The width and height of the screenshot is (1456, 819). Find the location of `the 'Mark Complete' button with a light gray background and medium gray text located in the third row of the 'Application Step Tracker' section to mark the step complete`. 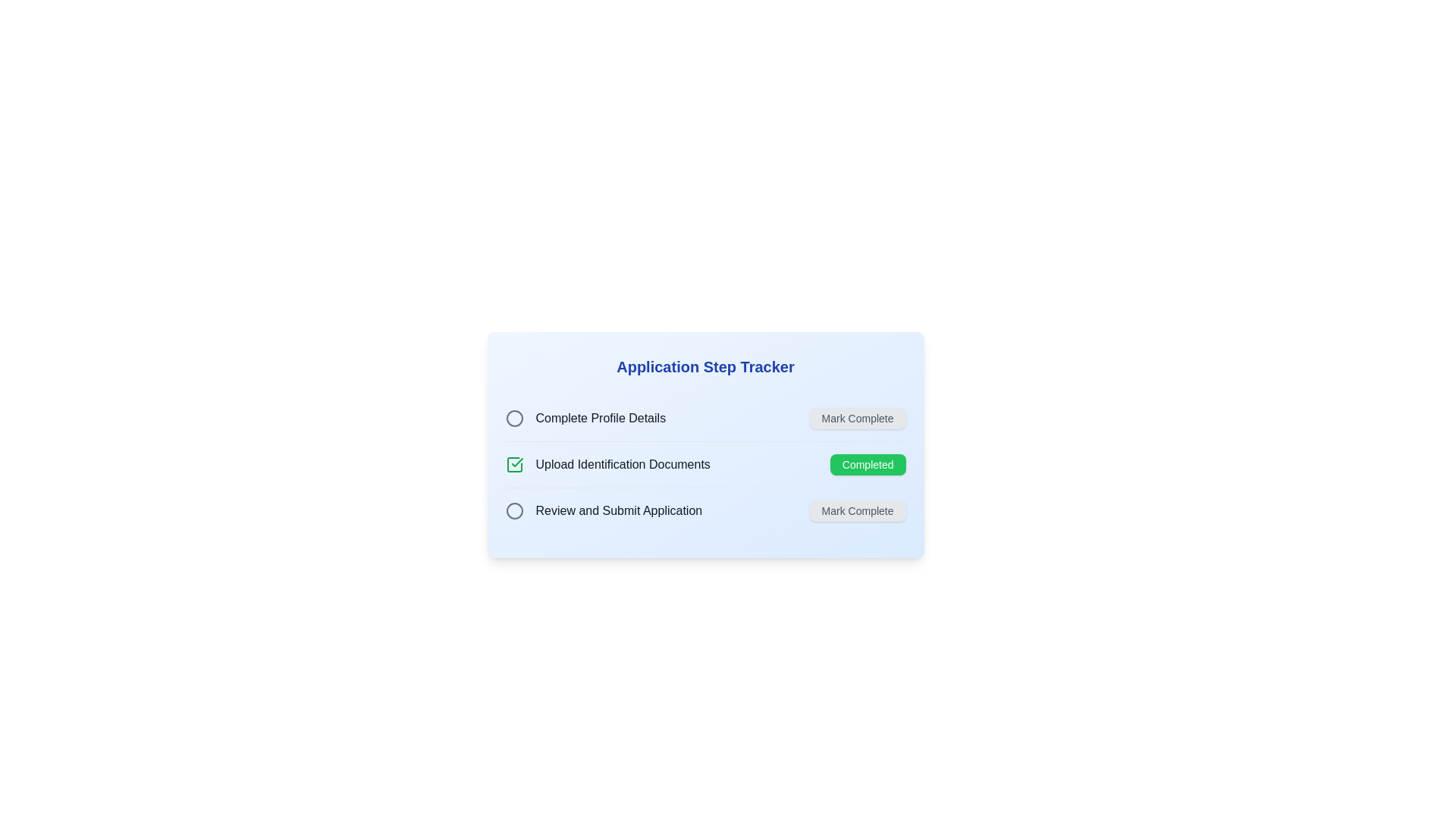

the 'Mark Complete' button with a light gray background and medium gray text located in the third row of the 'Application Step Tracker' section to mark the step complete is located at coordinates (858, 511).